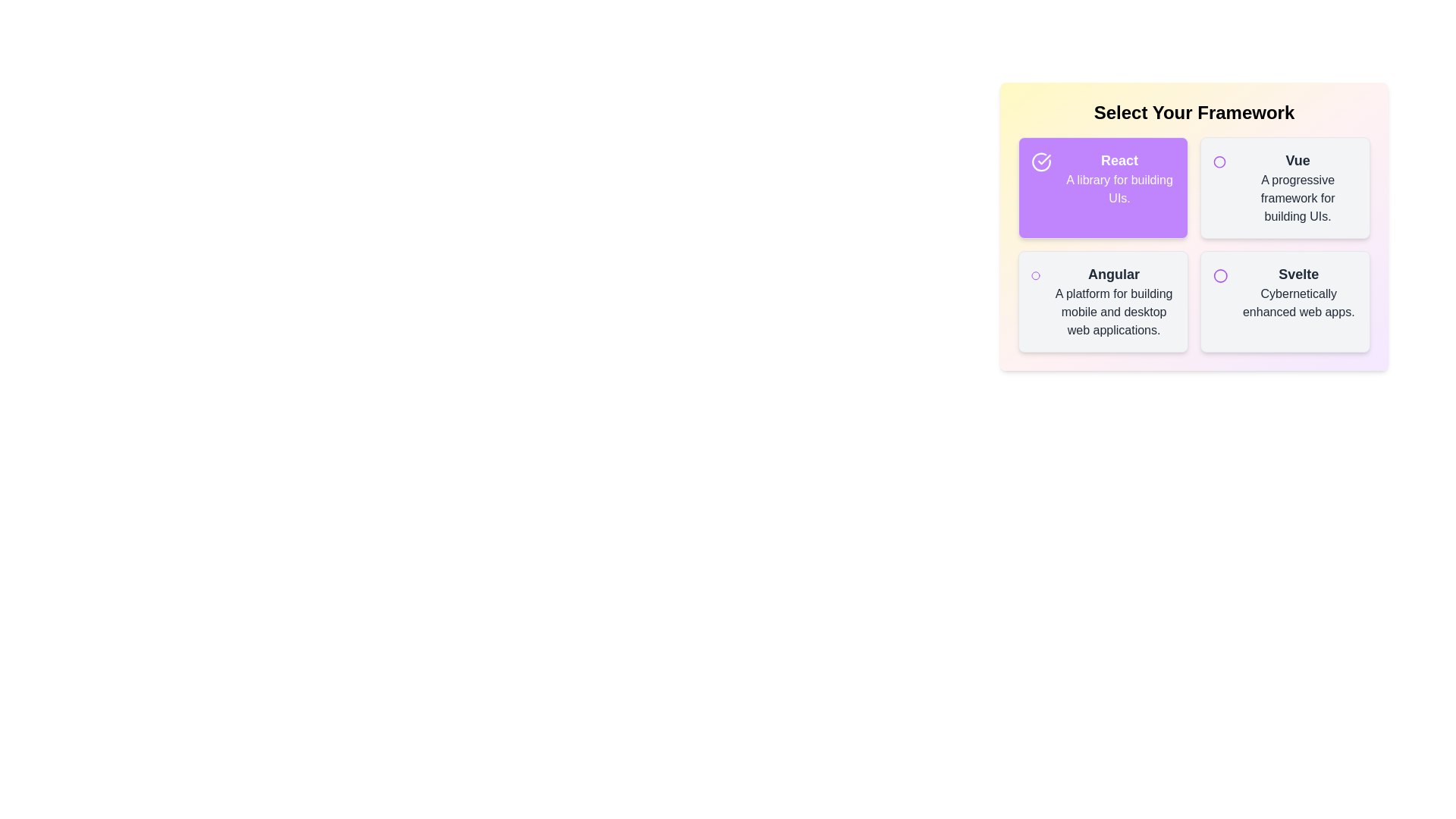  What do you see at coordinates (1284, 187) in the screenshot?
I see `the item labeled Vue to observe its hover effect` at bounding box center [1284, 187].